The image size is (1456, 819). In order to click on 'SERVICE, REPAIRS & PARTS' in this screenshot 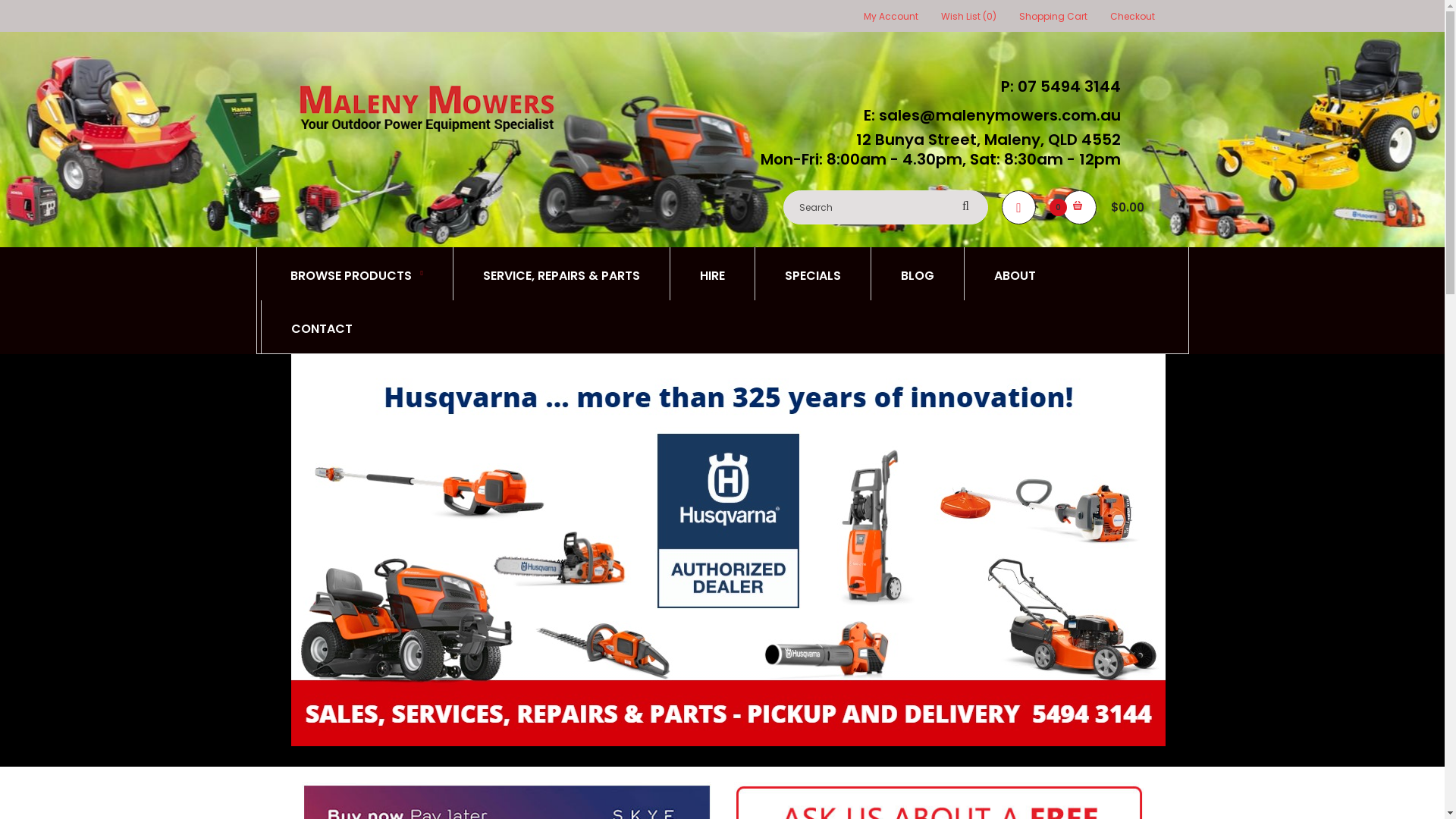, I will do `click(560, 274)`.